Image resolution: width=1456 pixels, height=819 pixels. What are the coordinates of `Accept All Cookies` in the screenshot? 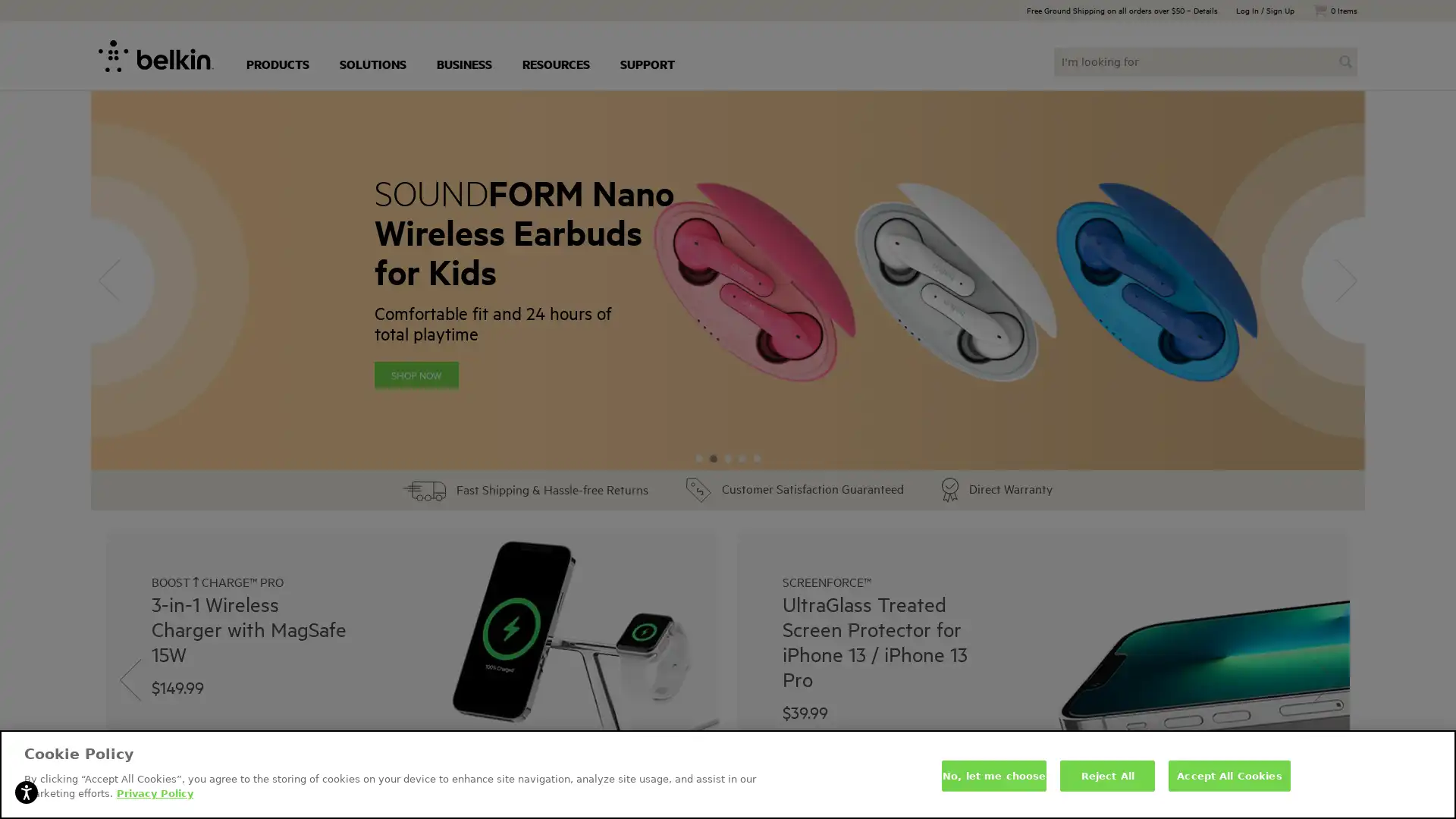 It's located at (1229, 775).